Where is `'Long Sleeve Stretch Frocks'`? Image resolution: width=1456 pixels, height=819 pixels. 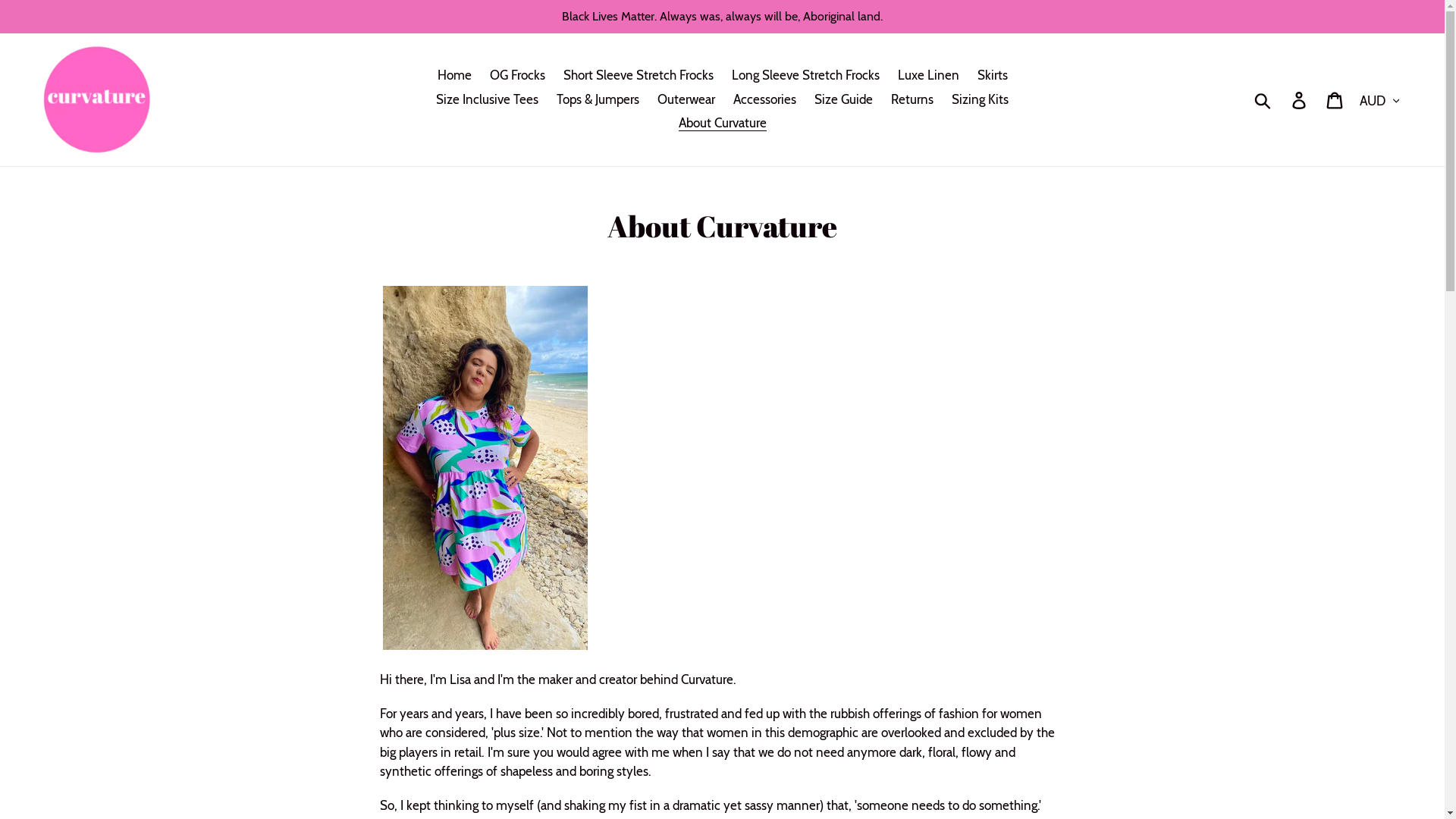
'Long Sleeve Stretch Frocks' is located at coordinates (804, 76).